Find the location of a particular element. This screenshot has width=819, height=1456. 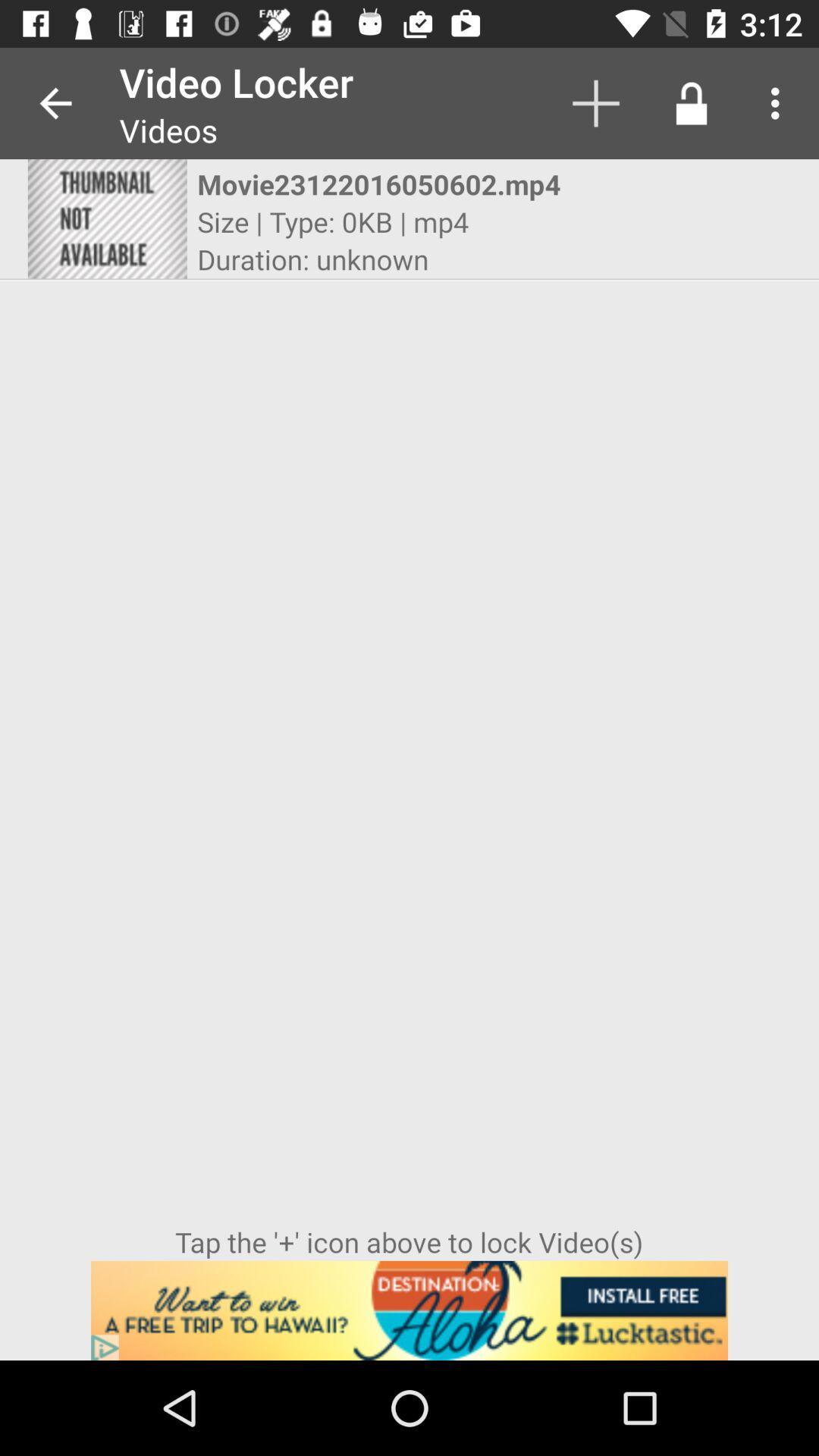

the icon to the left of video locker item is located at coordinates (55, 102).